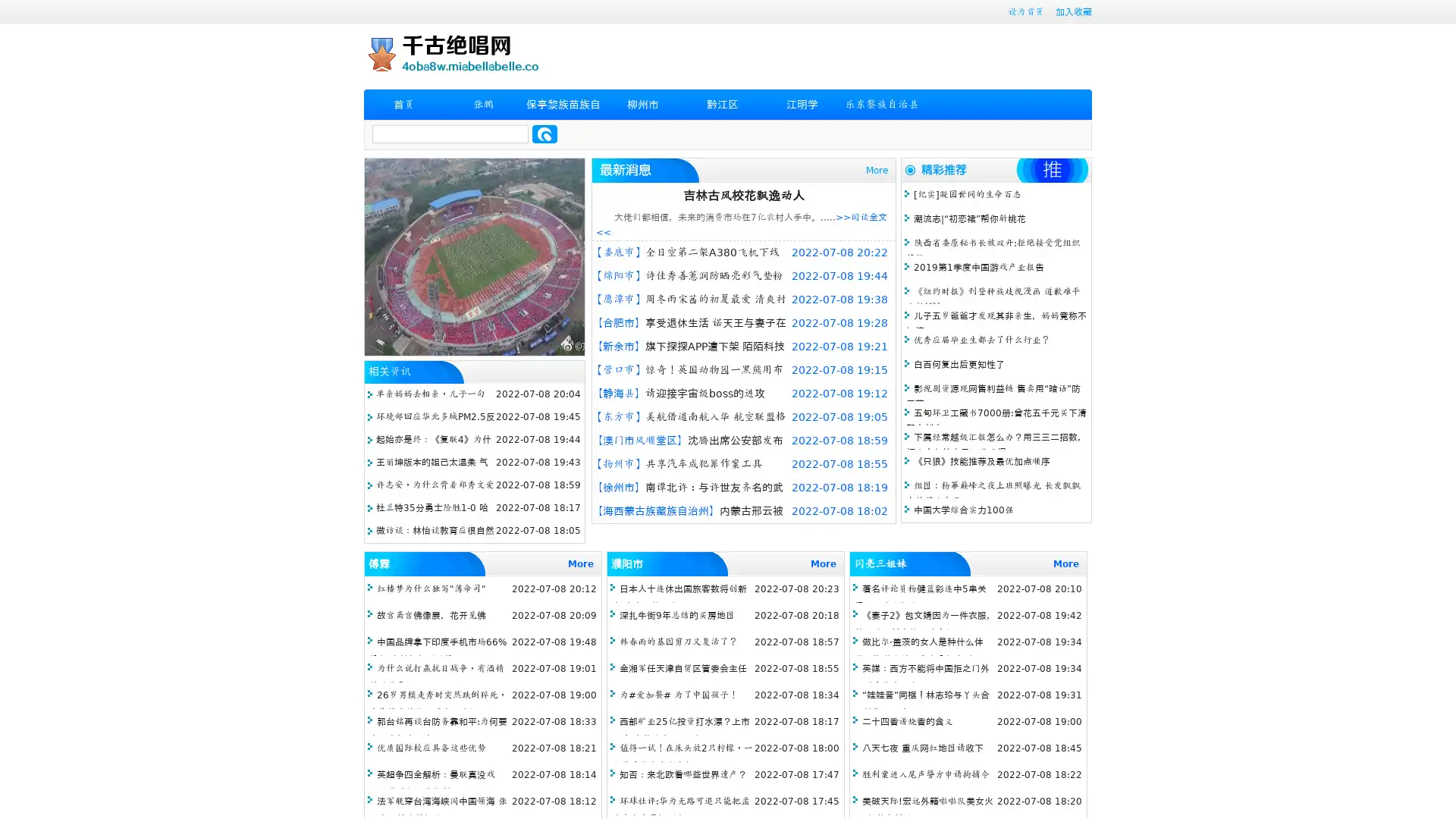  Describe the element at coordinates (544, 133) in the screenshot. I see `Search` at that location.